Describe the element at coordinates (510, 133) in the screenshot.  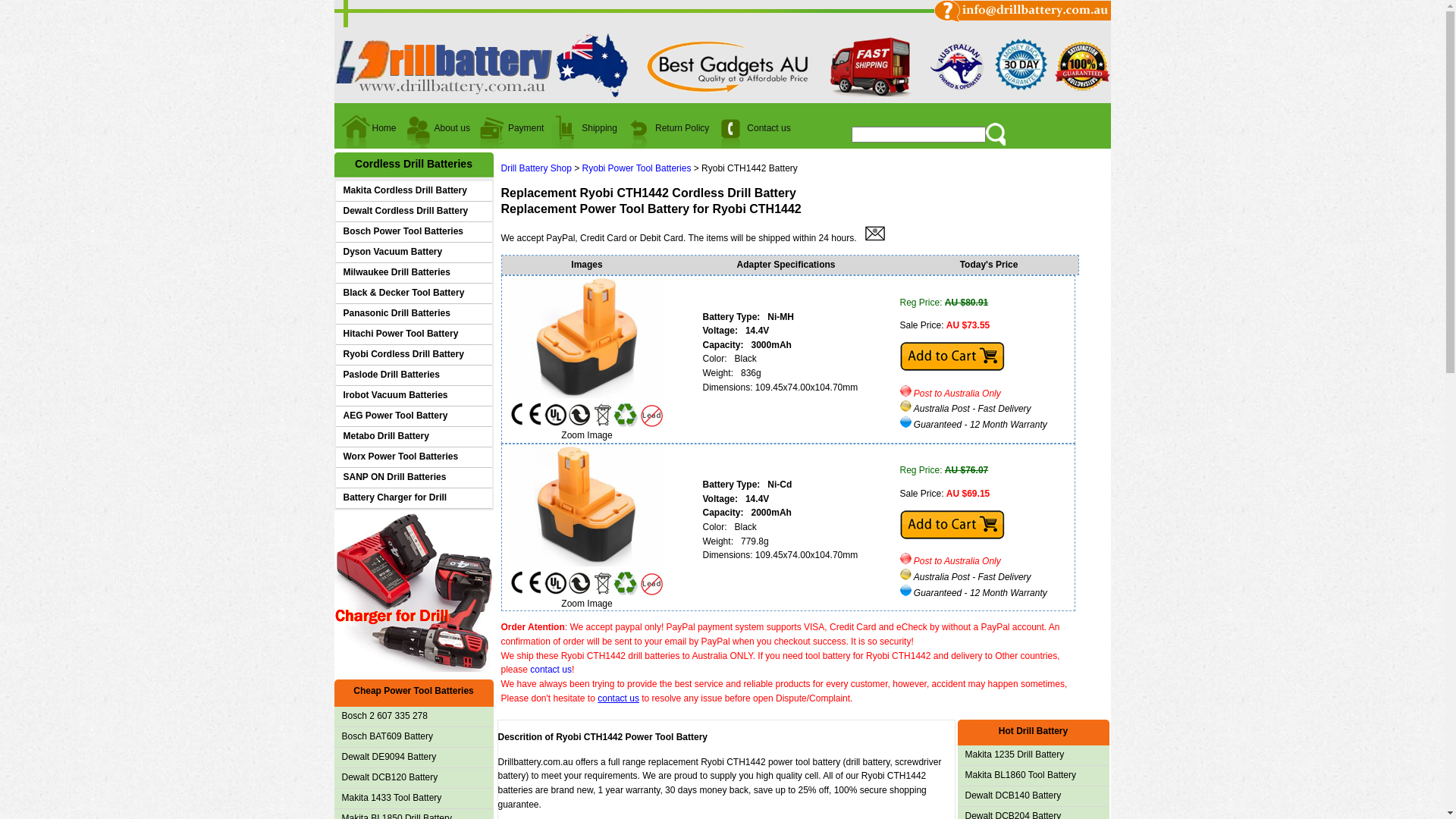
I see `'Payment'` at that location.